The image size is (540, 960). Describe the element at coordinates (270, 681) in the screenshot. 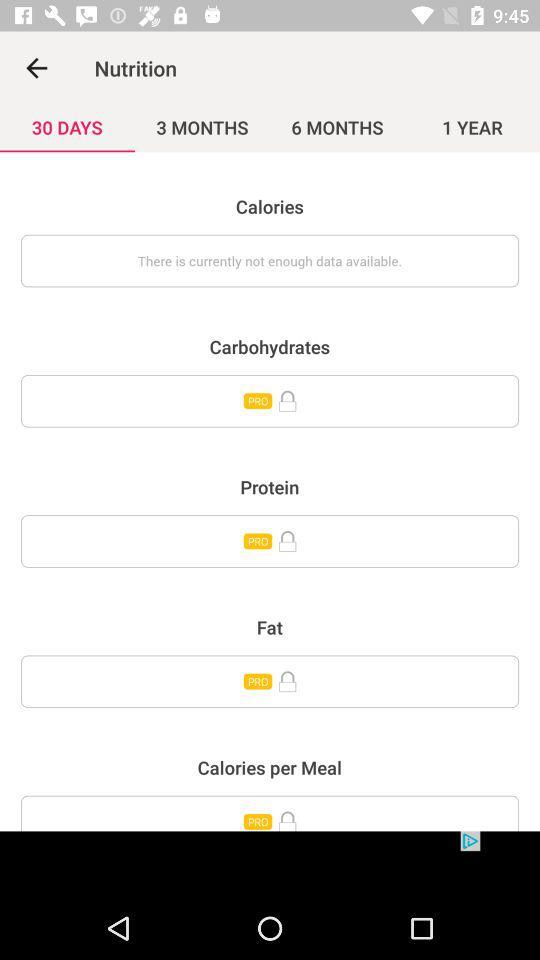

I see `amount of ingested fat` at that location.